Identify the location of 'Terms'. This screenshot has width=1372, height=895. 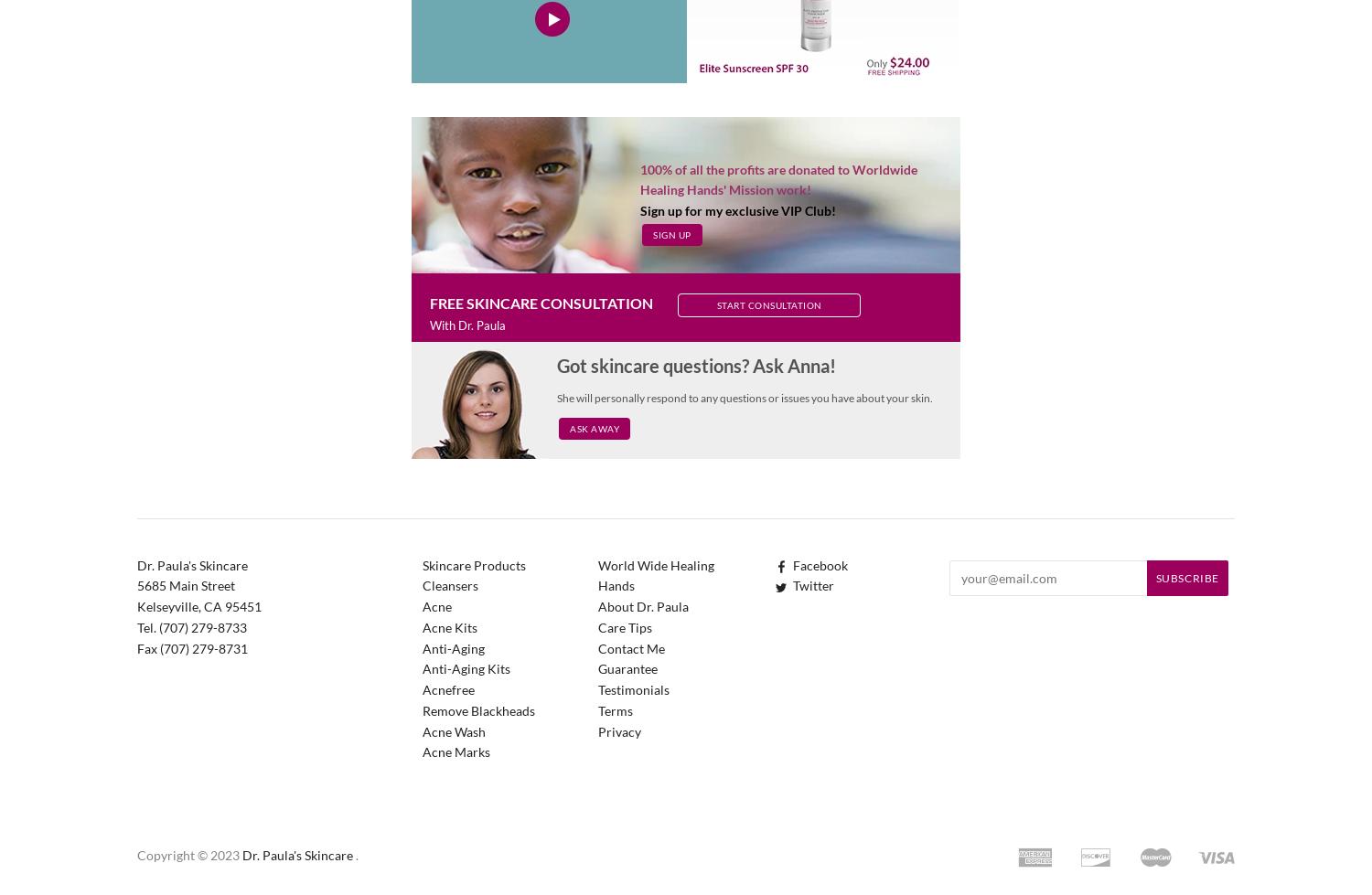
(616, 709).